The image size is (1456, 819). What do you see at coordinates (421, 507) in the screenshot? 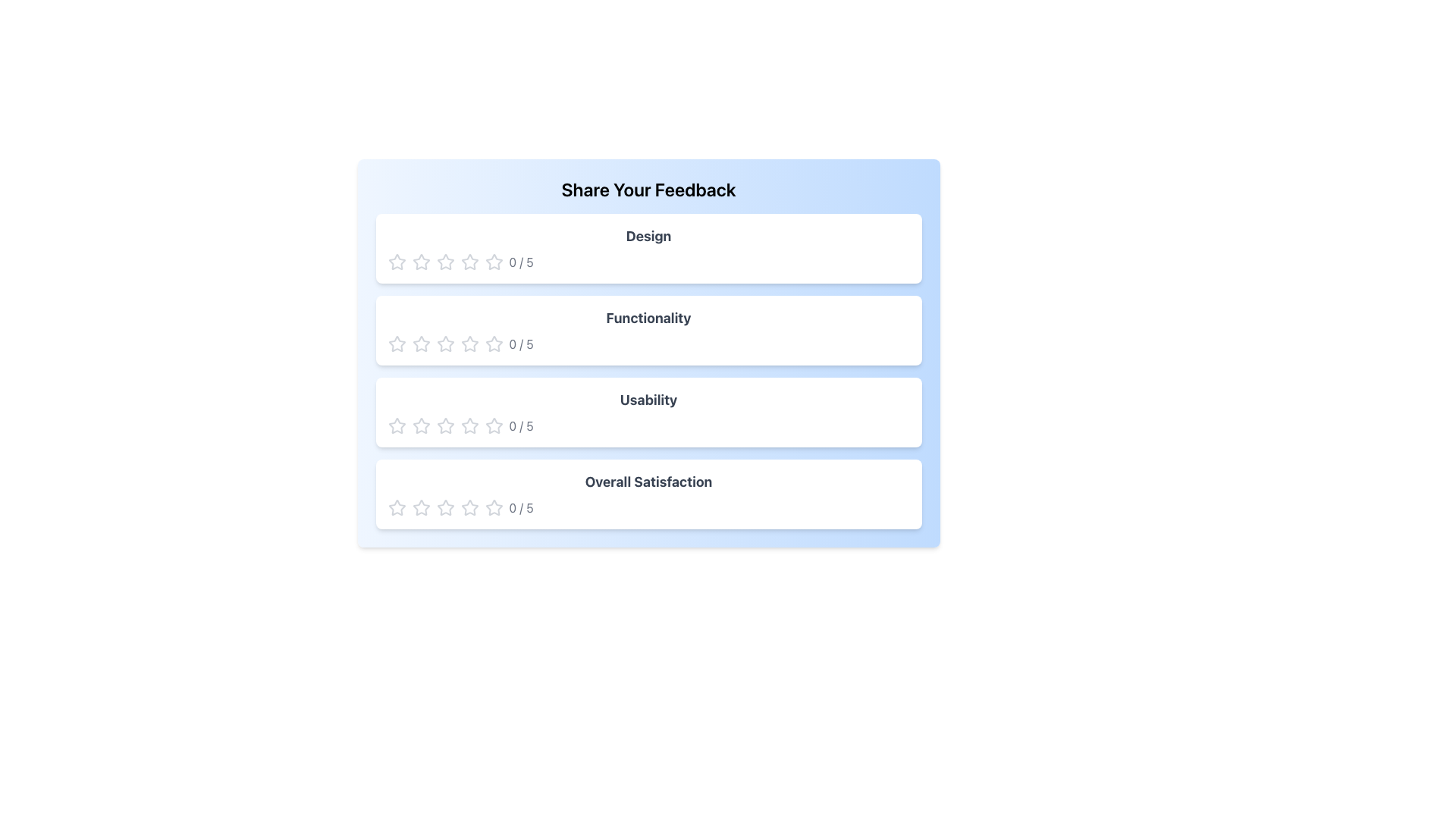
I see `the first star-shaped rating icon, which is an unfilled outline with a transparent center, located below the 'Overall Satisfaction' section` at bounding box center [421, 507].